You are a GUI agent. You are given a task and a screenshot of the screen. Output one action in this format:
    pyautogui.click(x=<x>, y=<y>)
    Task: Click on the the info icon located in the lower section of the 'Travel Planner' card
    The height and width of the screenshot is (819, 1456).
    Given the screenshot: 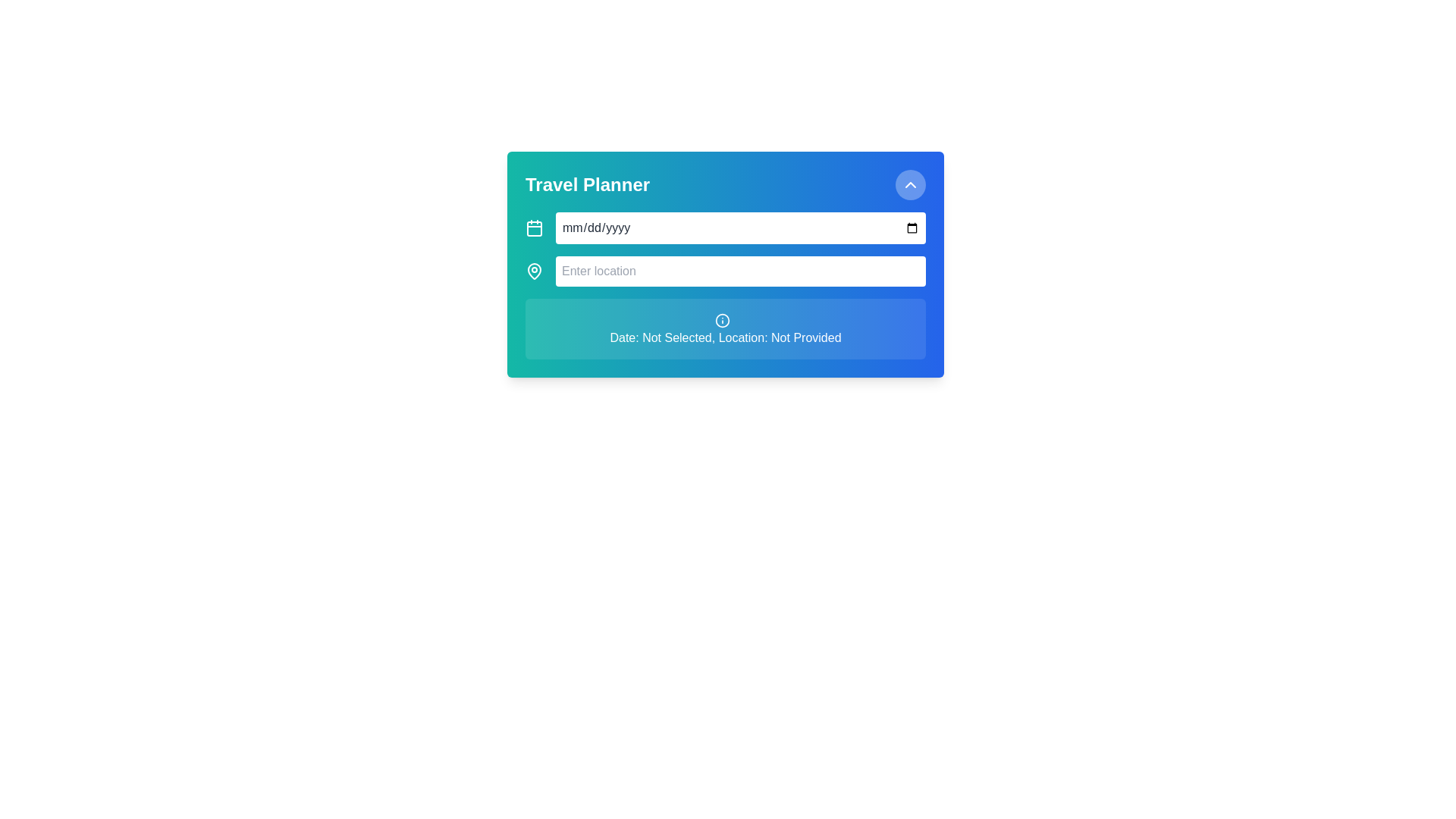 What is the action you would take?
    pyautogui.click(x=722, y=318)
    